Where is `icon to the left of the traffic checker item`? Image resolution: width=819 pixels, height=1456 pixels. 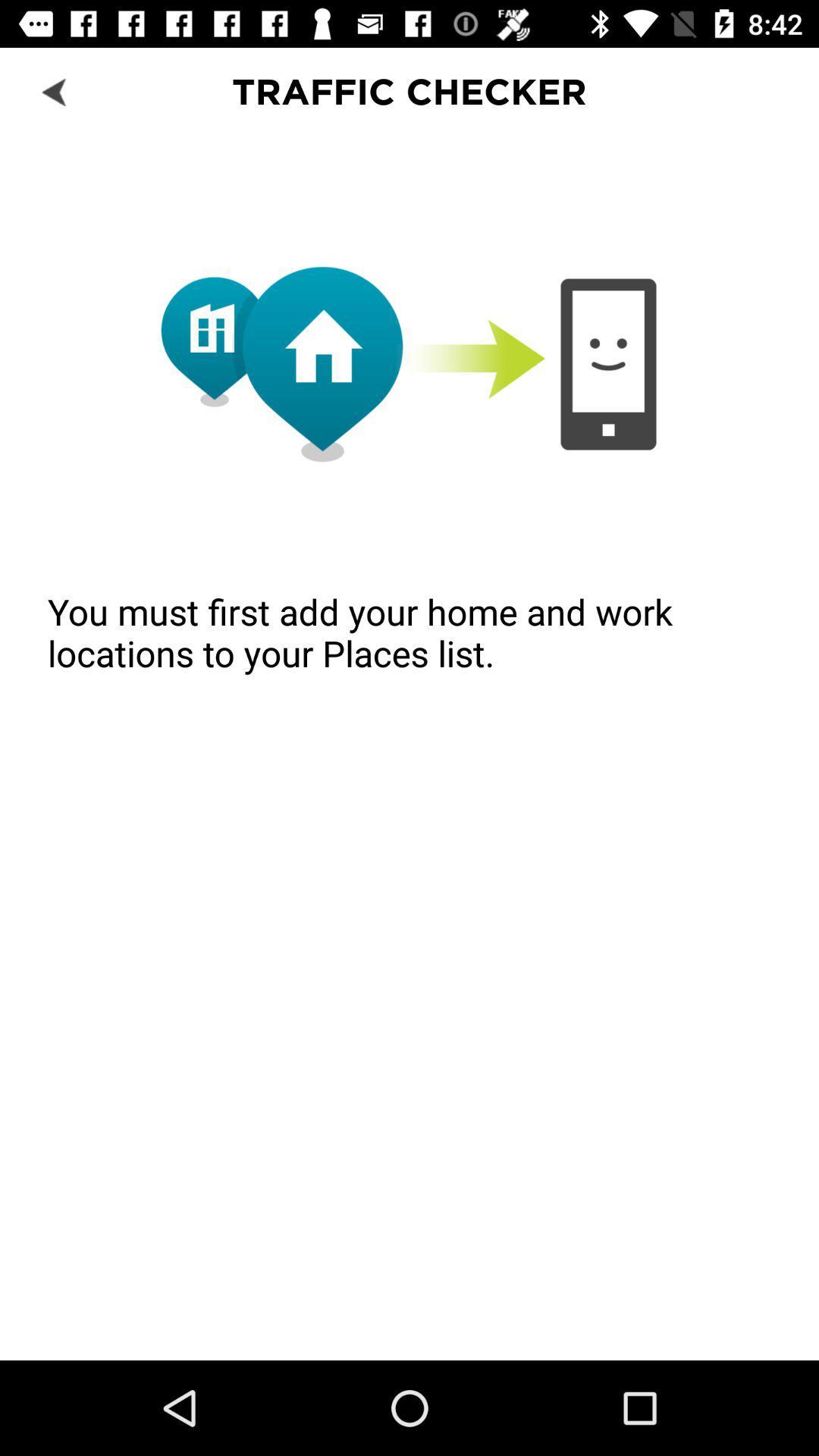 icon to the left of the traffic checker item is located at coordinates (55, 90).